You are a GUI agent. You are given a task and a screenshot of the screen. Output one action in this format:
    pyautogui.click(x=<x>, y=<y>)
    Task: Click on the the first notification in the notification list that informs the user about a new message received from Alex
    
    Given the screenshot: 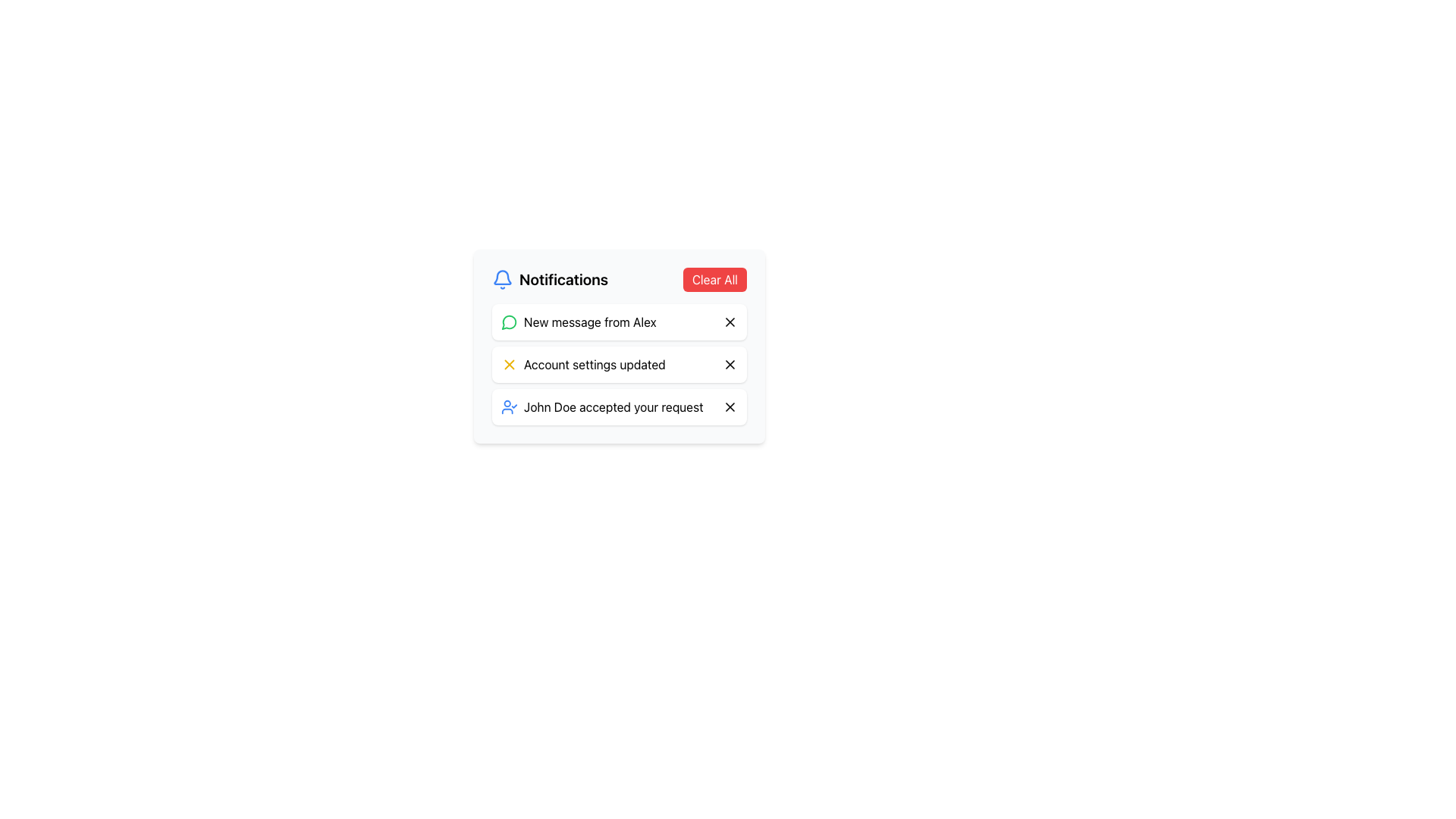 What is the action you would take?
    pyautogui.click(x=578, y=321)
    